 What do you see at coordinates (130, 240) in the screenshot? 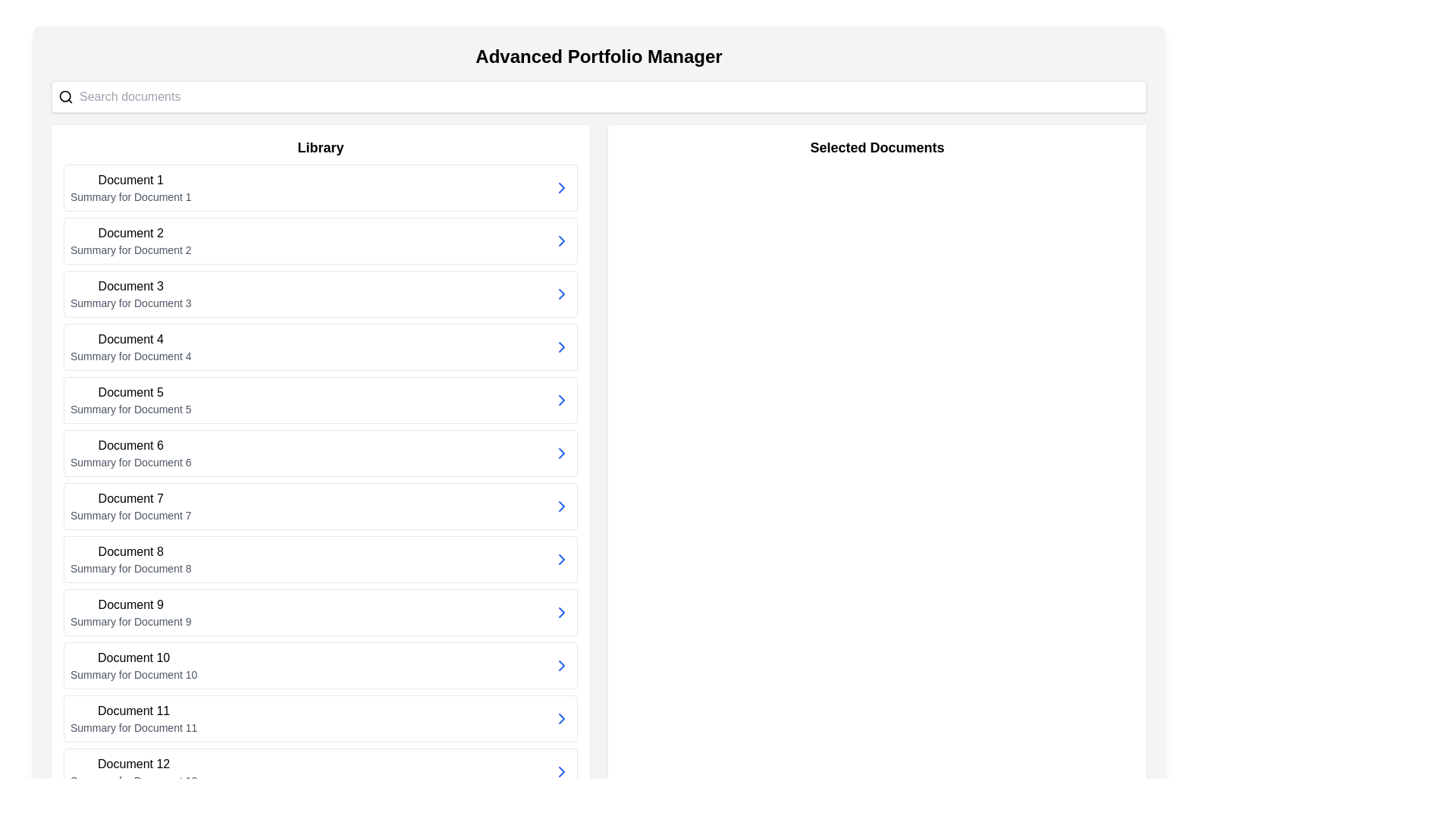
I see `the Text element representing 'Document 2' in the Library list` at bounding box center [130, 240].